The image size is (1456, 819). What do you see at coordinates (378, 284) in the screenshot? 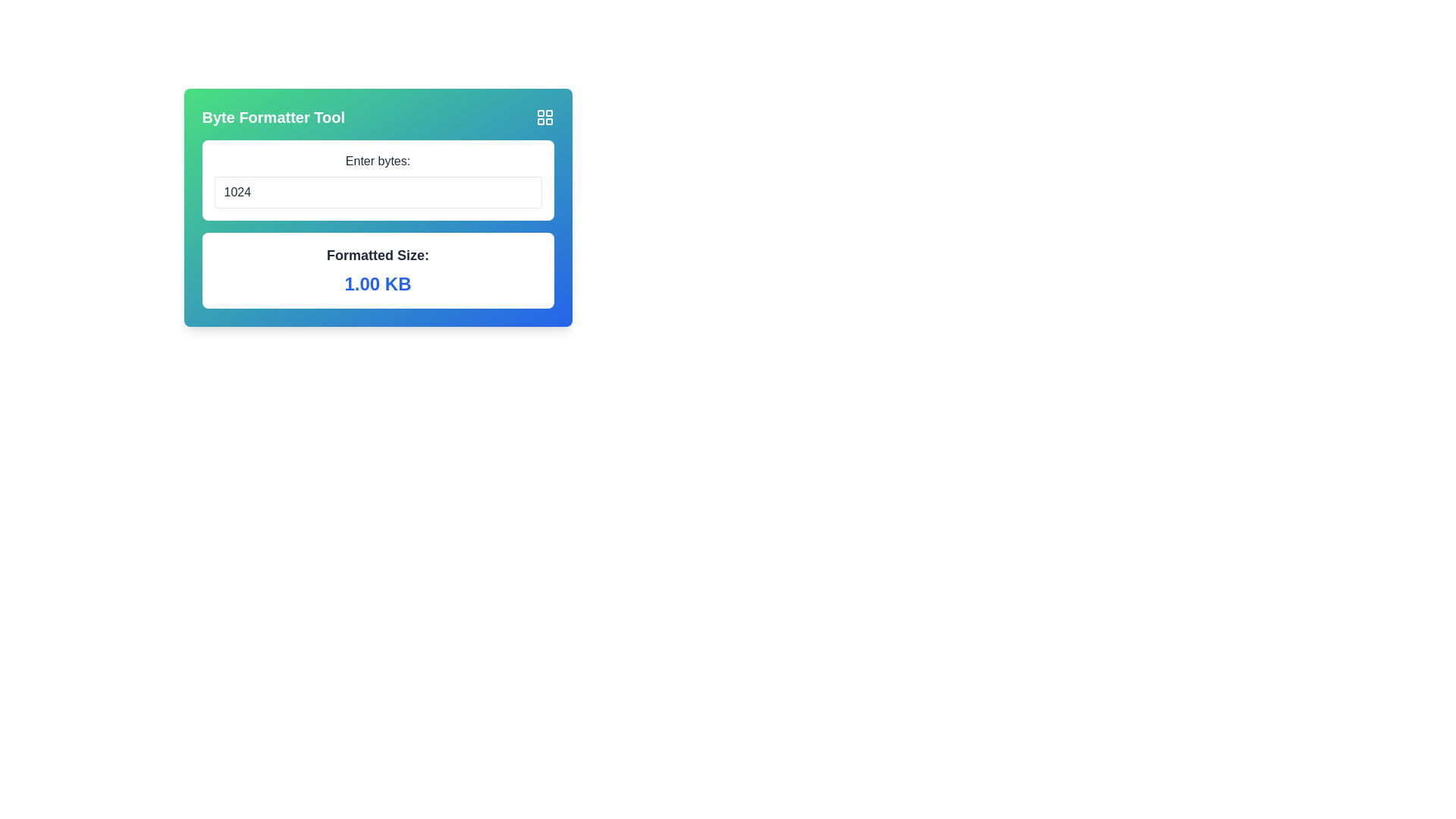
I see `the static text displaying '1.00 KB', which is styled prominently in bold, centered format, colored blue, located below 'Formatted Size:'` at bounding box center [378, 284].